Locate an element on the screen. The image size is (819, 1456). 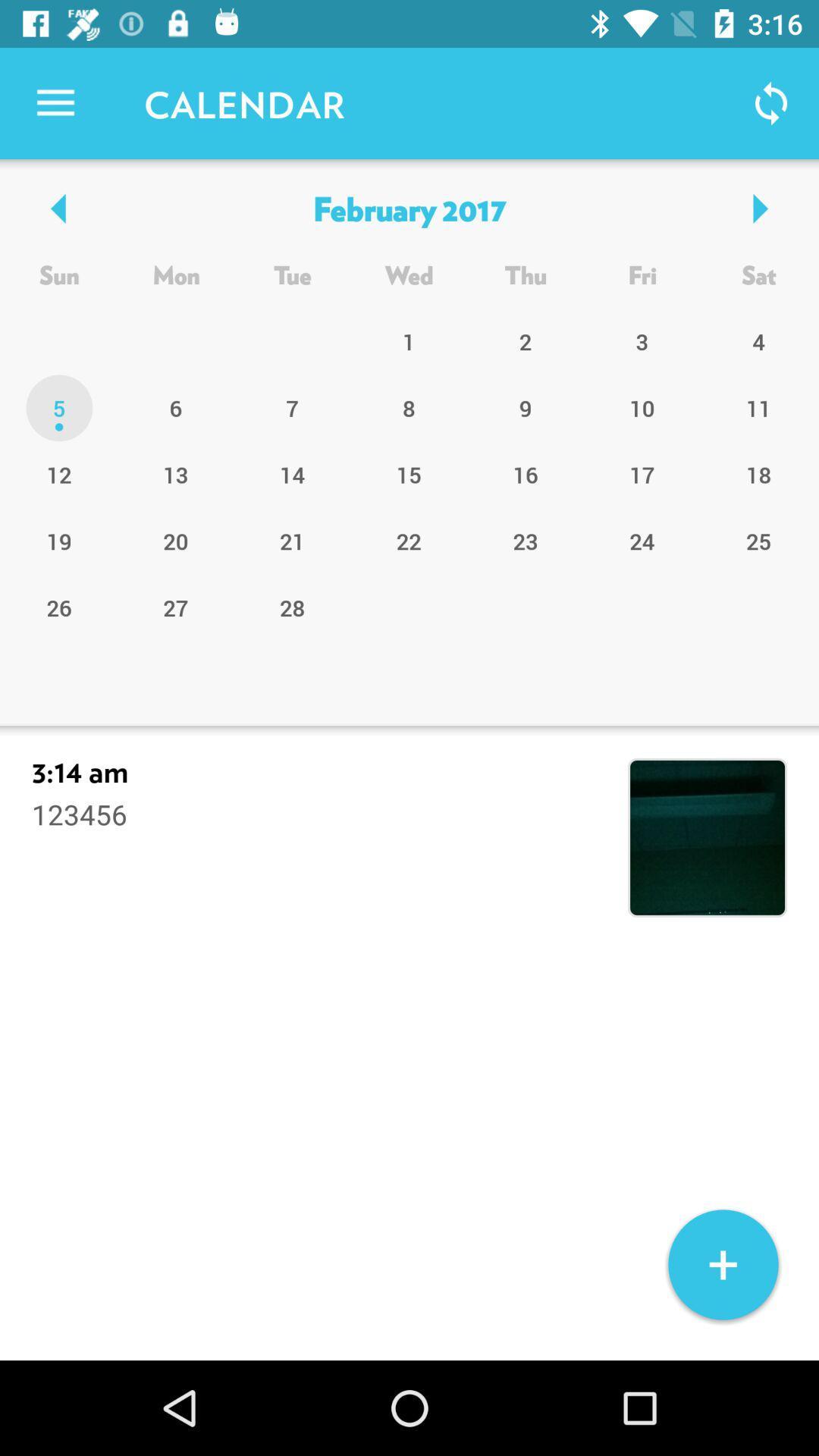
the item to the left of the 21 icon is located at coordinates (175, 607).